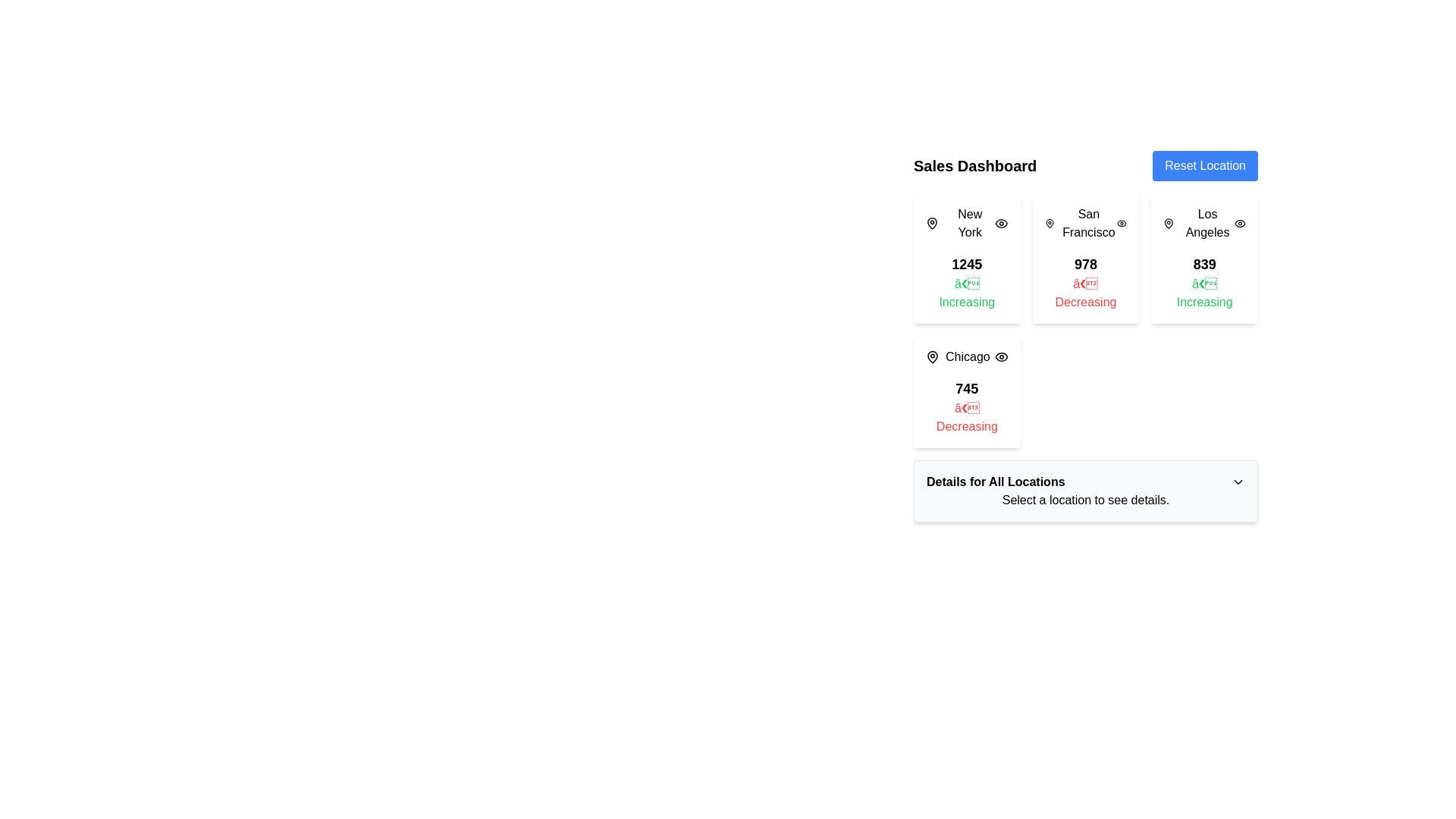 This screenshot has width=1456, height=819. I want to click on the eye-shaped icon located at the top-right corner of the 'San Francisco' card, which is outlined in black and represents the 'view' symbol, so click(1122, 223).